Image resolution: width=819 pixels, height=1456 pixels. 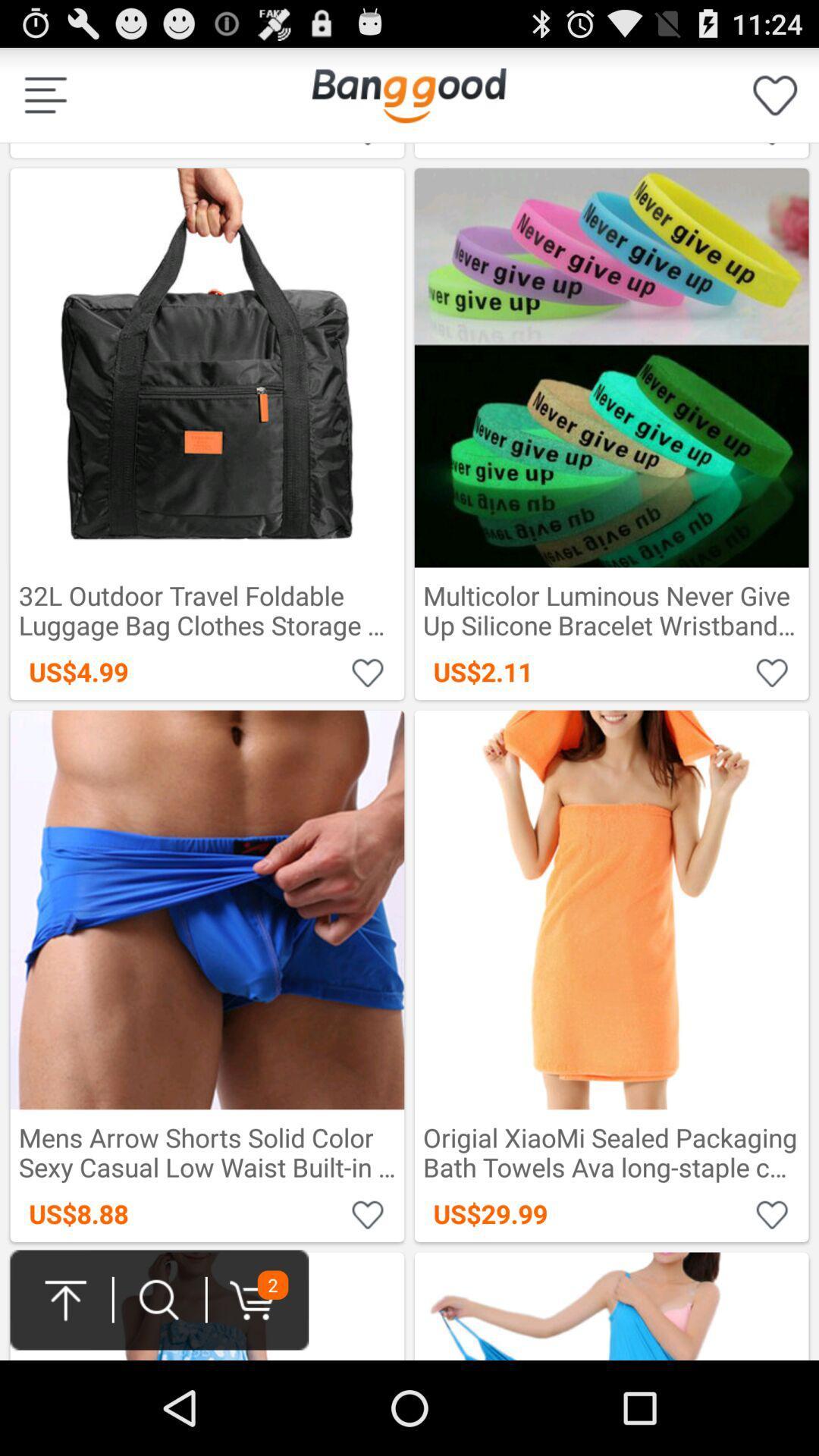 What do you see at coordinates (772, 1213) in the screenshot?
I see `this product` at bounding box center [772, 1213].